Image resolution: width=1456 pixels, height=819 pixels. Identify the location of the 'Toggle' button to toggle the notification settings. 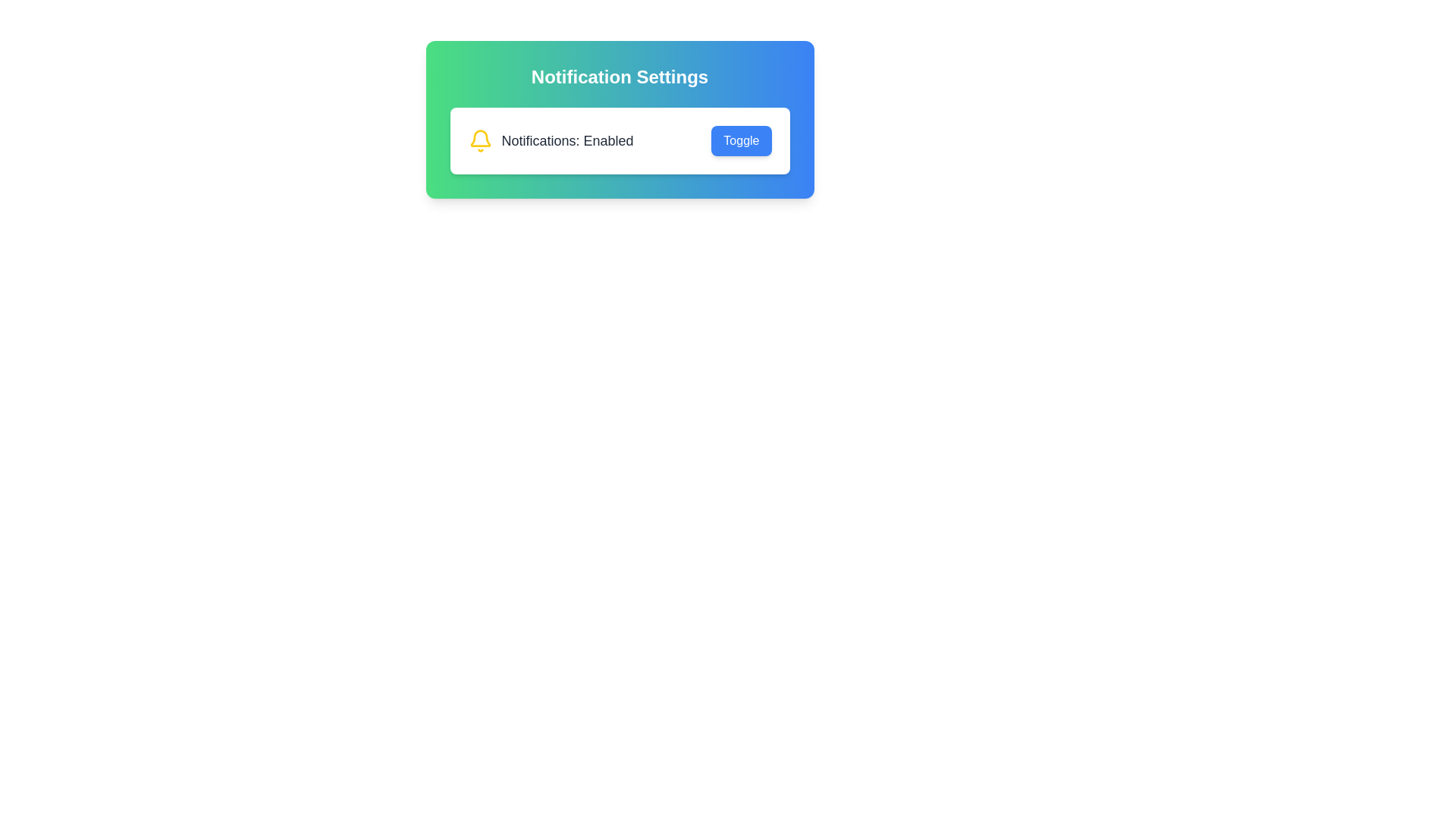
(741, 140).